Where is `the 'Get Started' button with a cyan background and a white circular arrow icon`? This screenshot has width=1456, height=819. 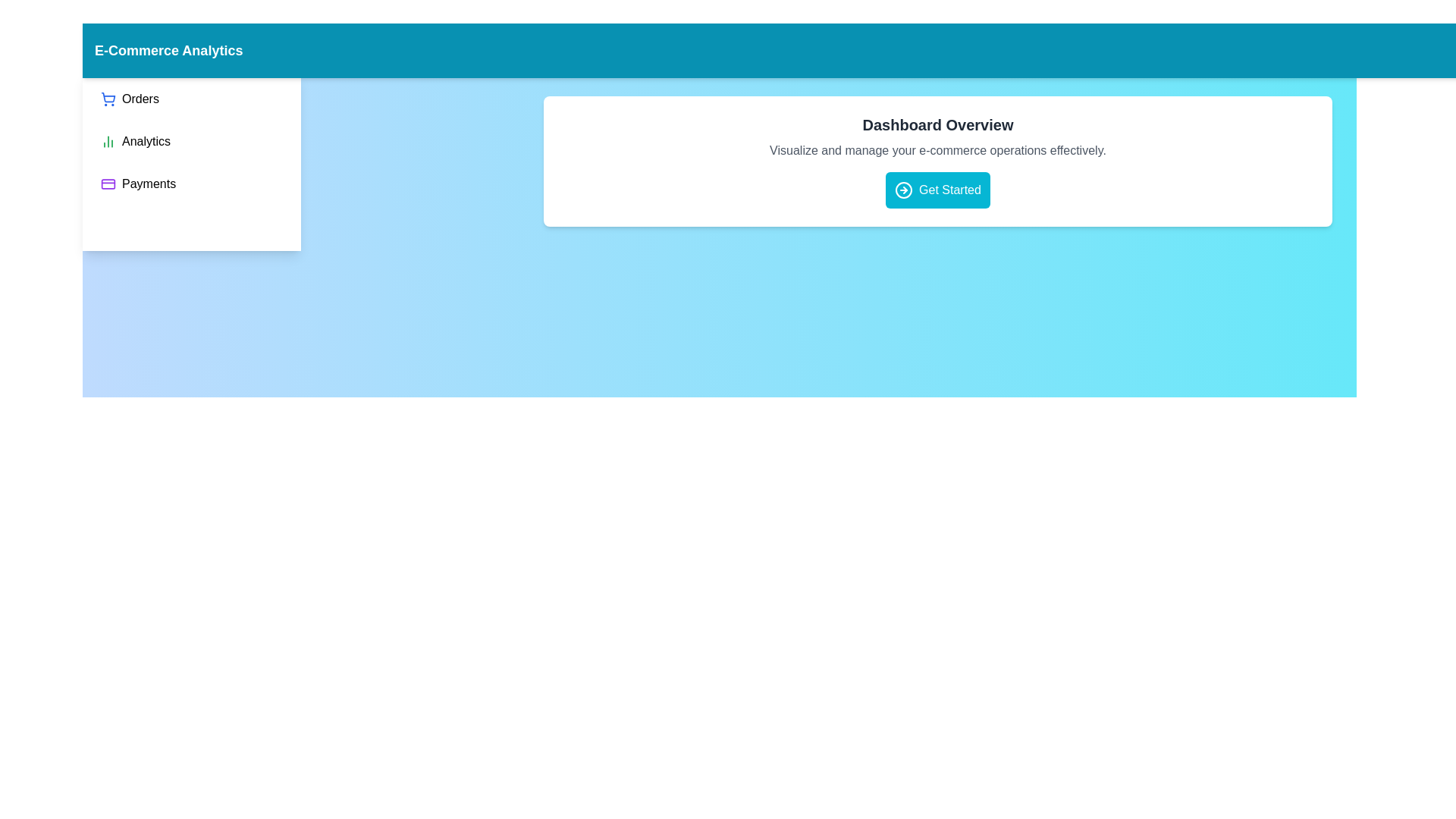
the 'Get Started' button with a cyan background and a white circular arrow icon is located at coordinates (937, 189).